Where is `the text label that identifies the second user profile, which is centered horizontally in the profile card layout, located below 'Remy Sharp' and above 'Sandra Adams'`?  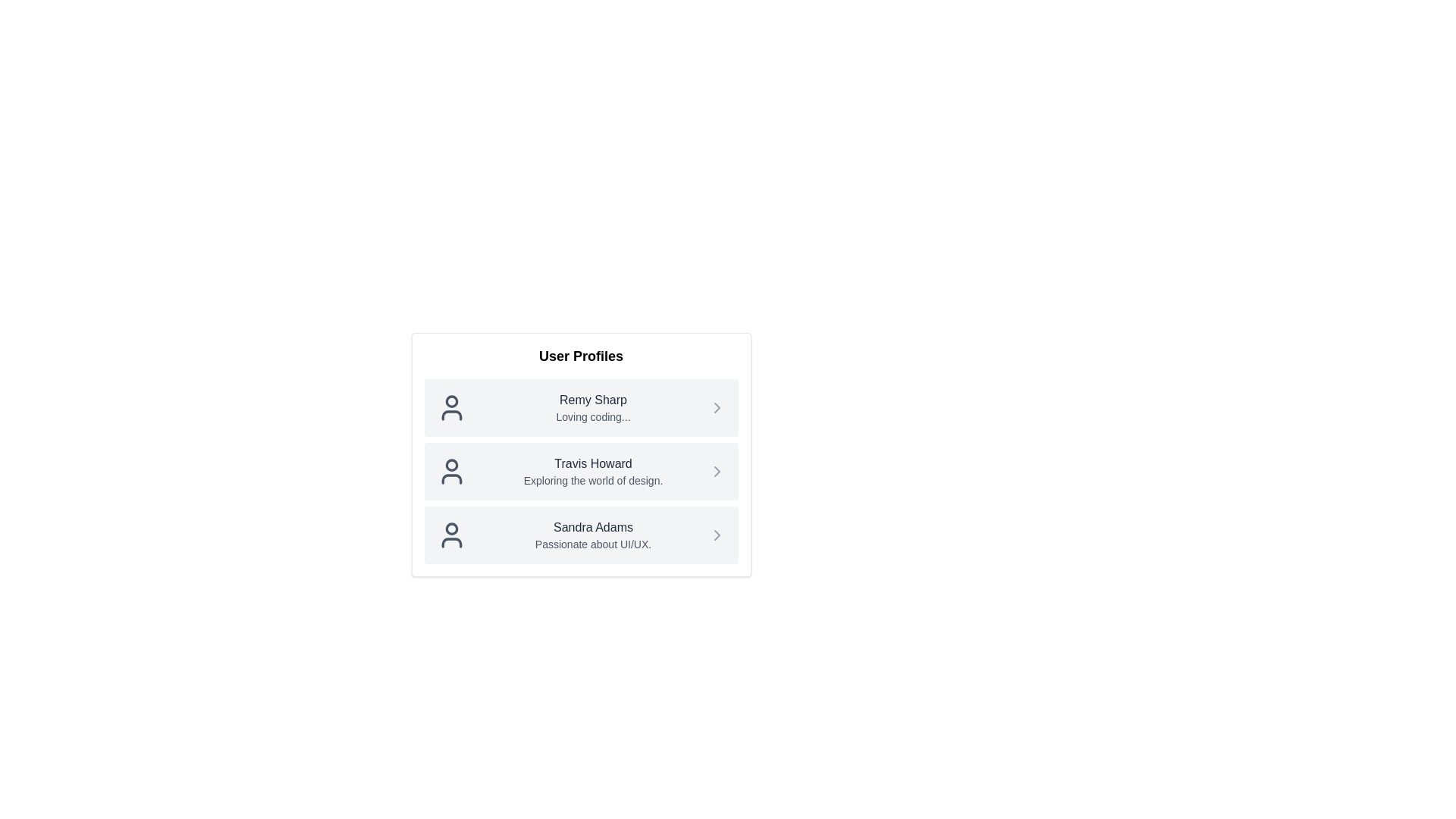
the text label that identifies the second user profile, which is centered horizontally in the profile card layout, located below 'Remy Sharp' and above 'Sandra Adams' is located at coordinates (592, 463).